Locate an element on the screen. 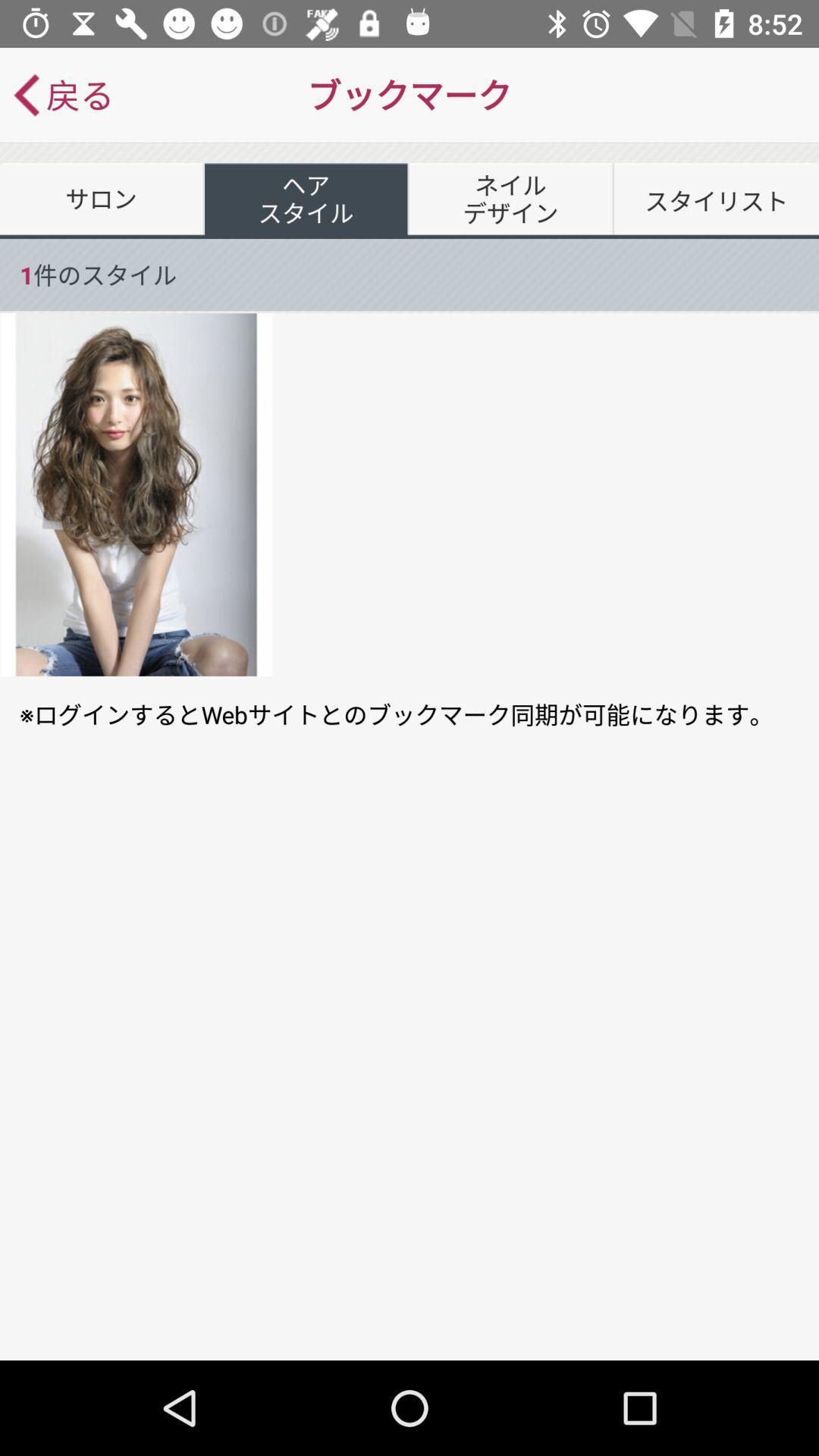 This screenshot has width=819, height=1456. the icon on the left is located at coordinates (136, 494).